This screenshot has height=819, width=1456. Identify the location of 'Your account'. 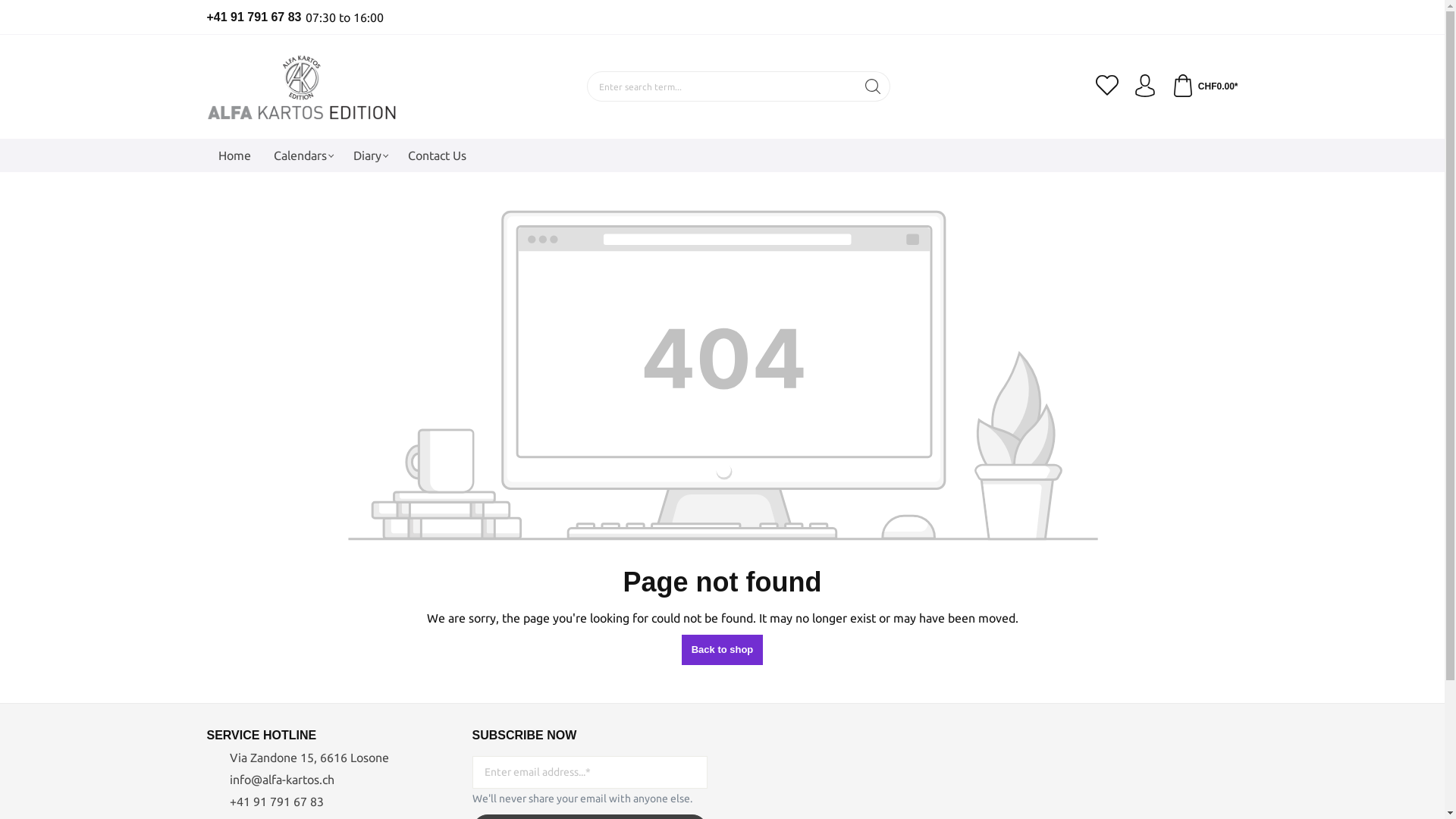
(1145, 86).